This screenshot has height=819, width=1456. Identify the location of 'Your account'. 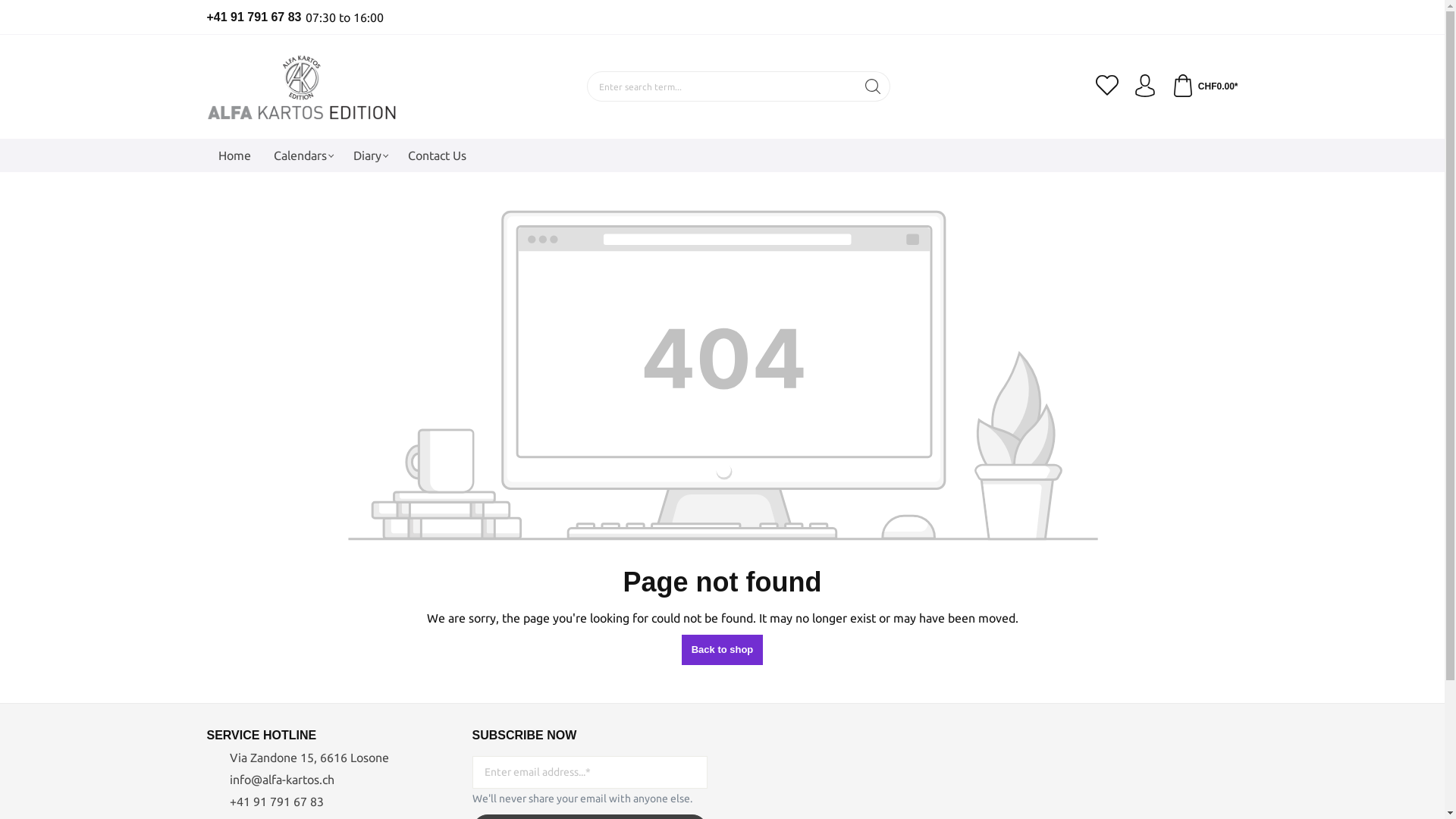
(1145, 86).